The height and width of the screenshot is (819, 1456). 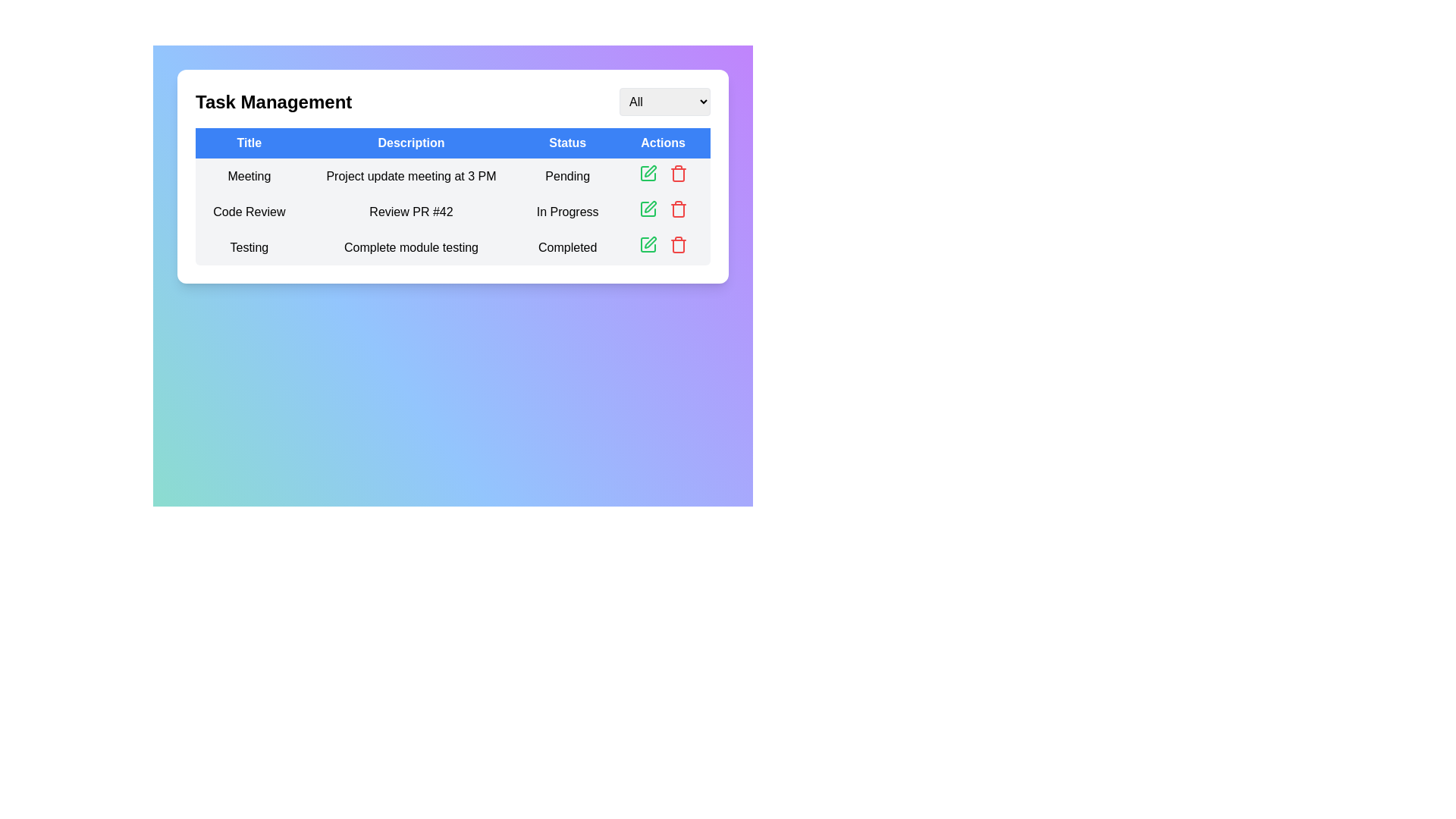 What do you see at coordinates (566, 143) in the screenshot?
I see `the 'Status' Text Label, which is the third label in a sequence of four horizontally aligned labels, positioned between 'Description' and 'Actions'` at bounding box center [566, 143].